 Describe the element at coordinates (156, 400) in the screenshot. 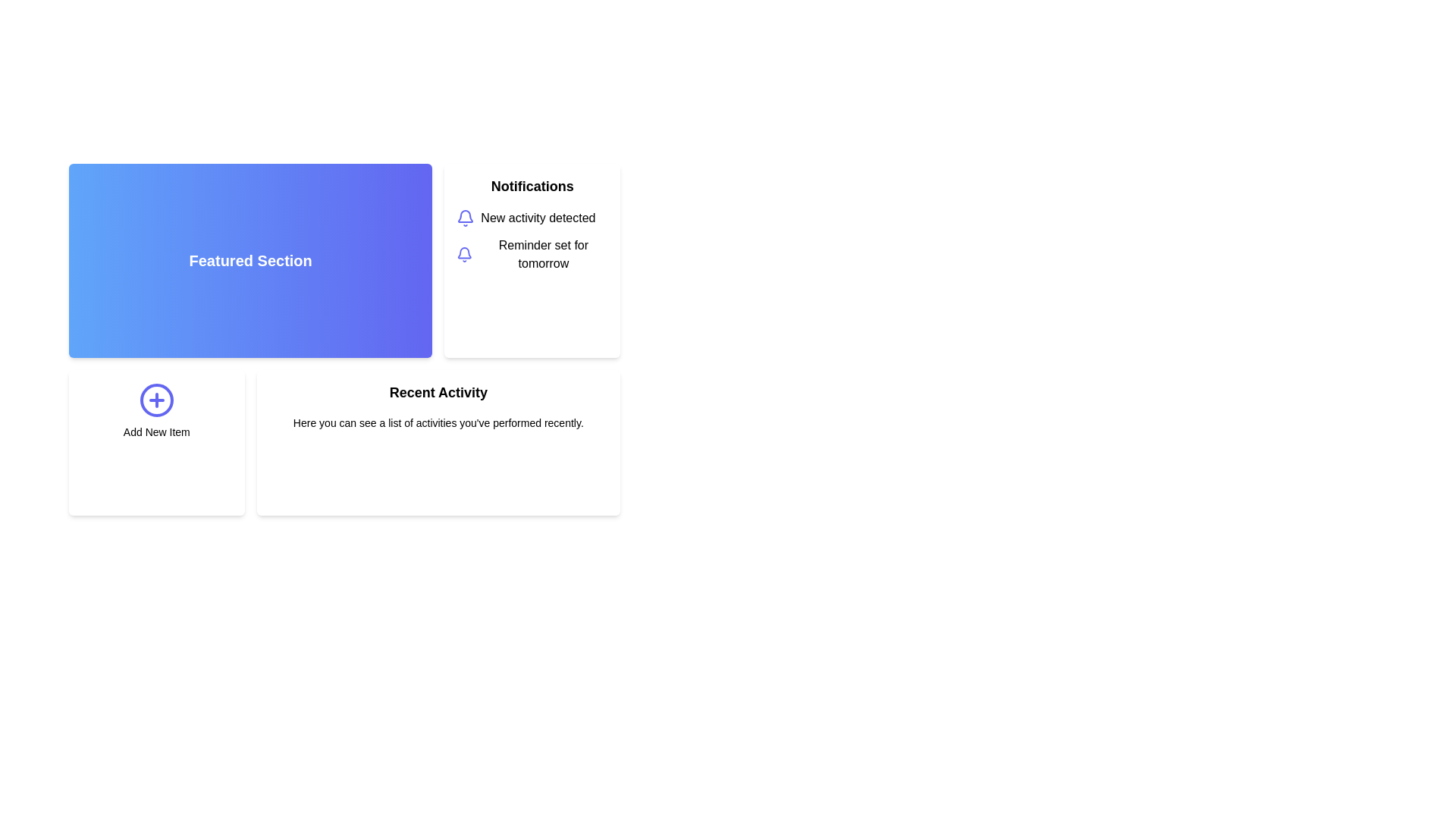

I see `the circular icon button featuring a bright indigo plus symbol (+) located at the center top of the 'Add New Item' card to initiate the action` at that location.